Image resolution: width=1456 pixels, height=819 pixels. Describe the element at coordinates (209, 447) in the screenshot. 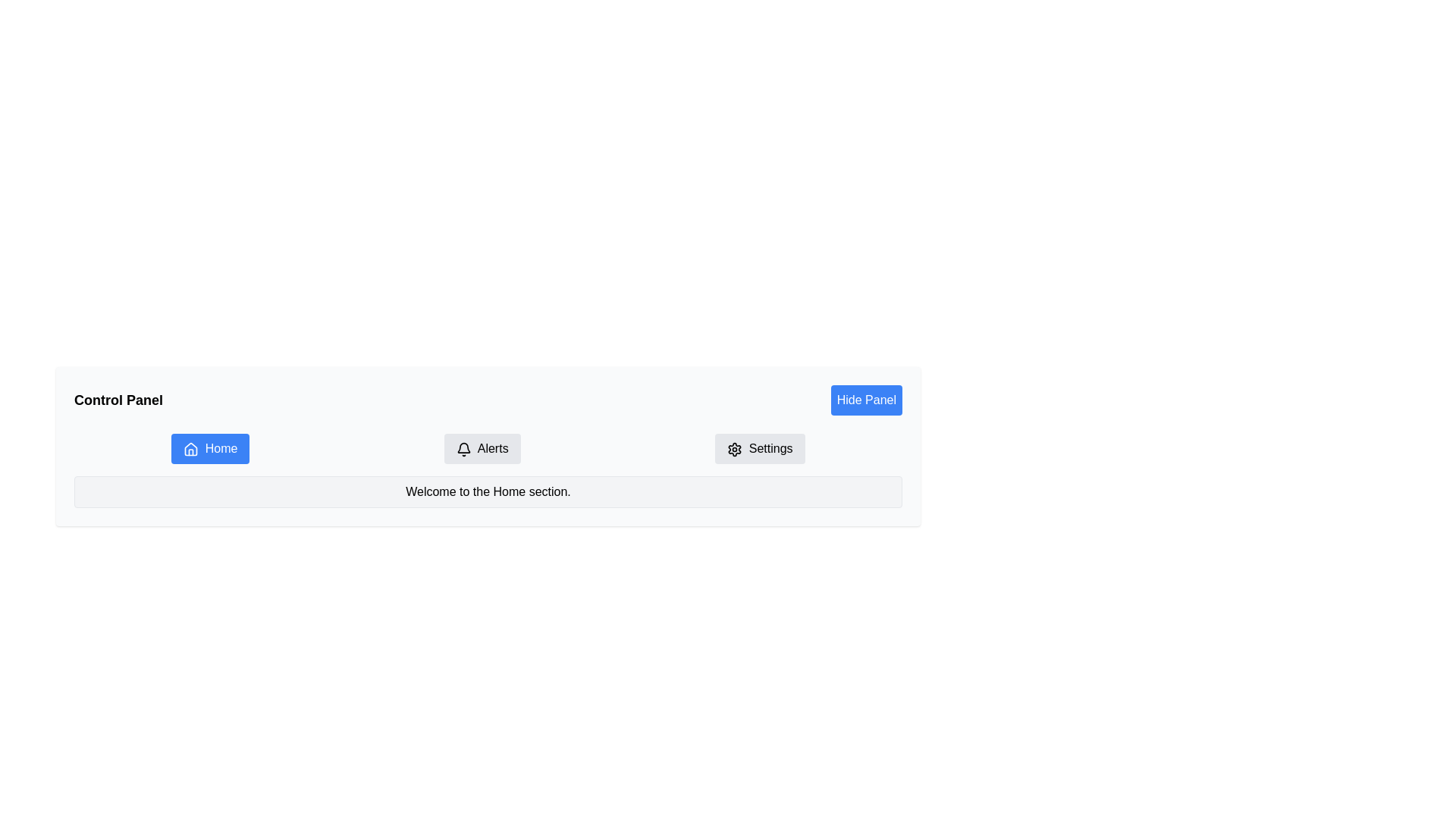

I see `the 'Home' button, which is a blue rectangular button with white text and a house icon, located on the leftmost side of the menu` at that location.